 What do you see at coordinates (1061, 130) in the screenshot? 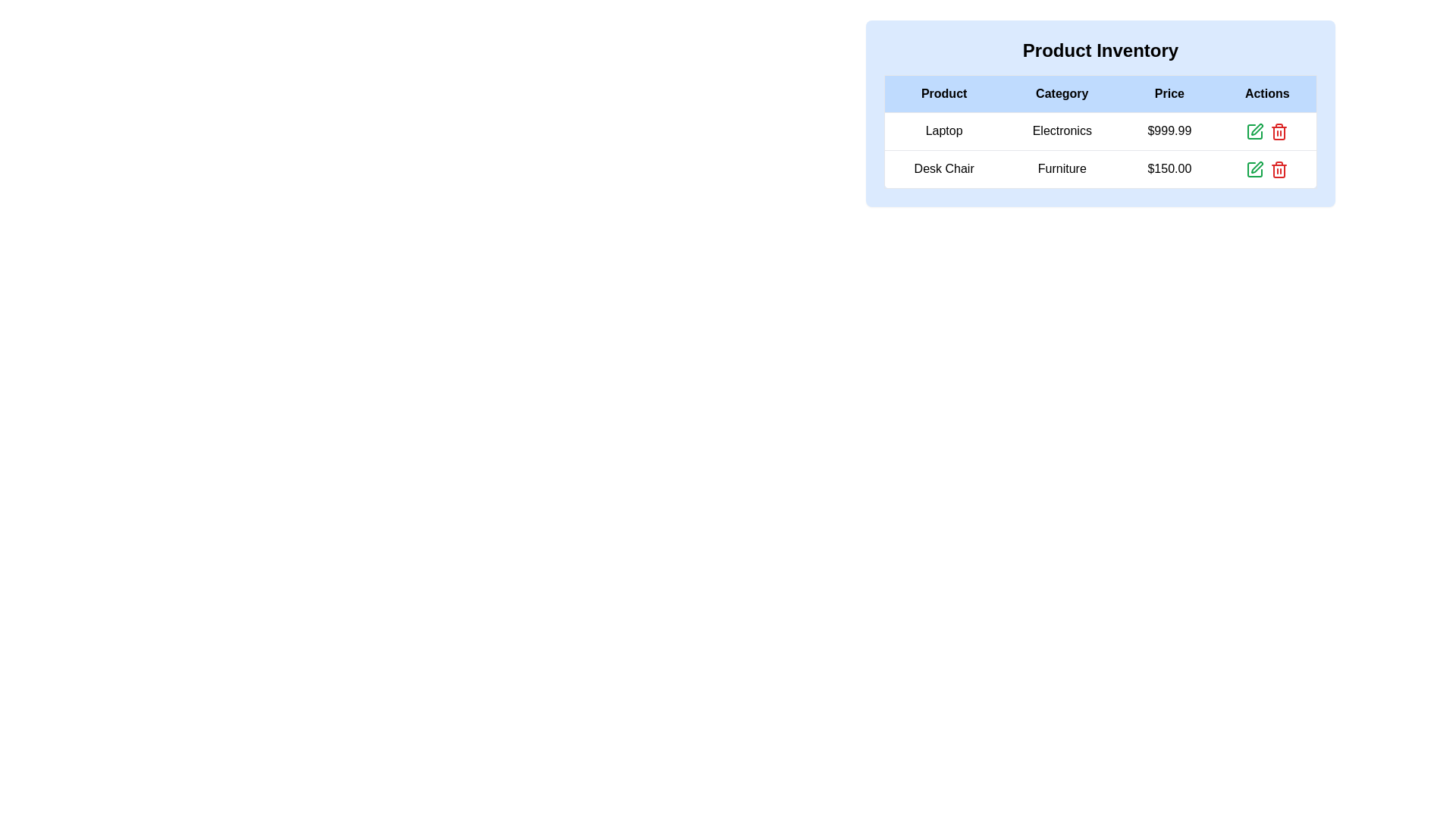
I see `the 'Category' text label for the 'Laptop' product in the 'Product Inventory' table, which is located between the 'Laptop' label and the price '$999.99'` at bounding box center [1061, 130].